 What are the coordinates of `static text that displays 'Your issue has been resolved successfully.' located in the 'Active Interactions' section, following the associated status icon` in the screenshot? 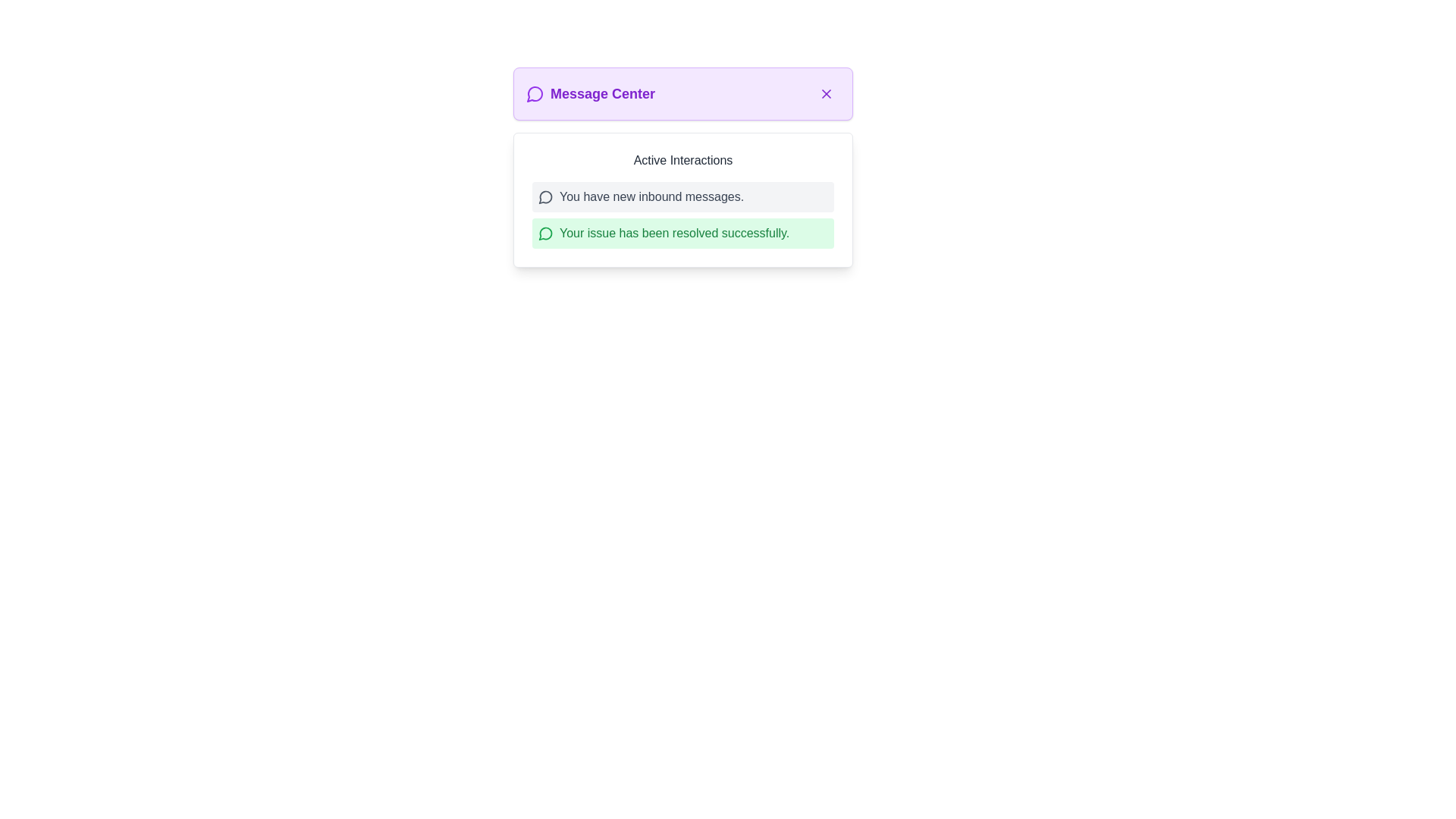 It's located at (673, 234).